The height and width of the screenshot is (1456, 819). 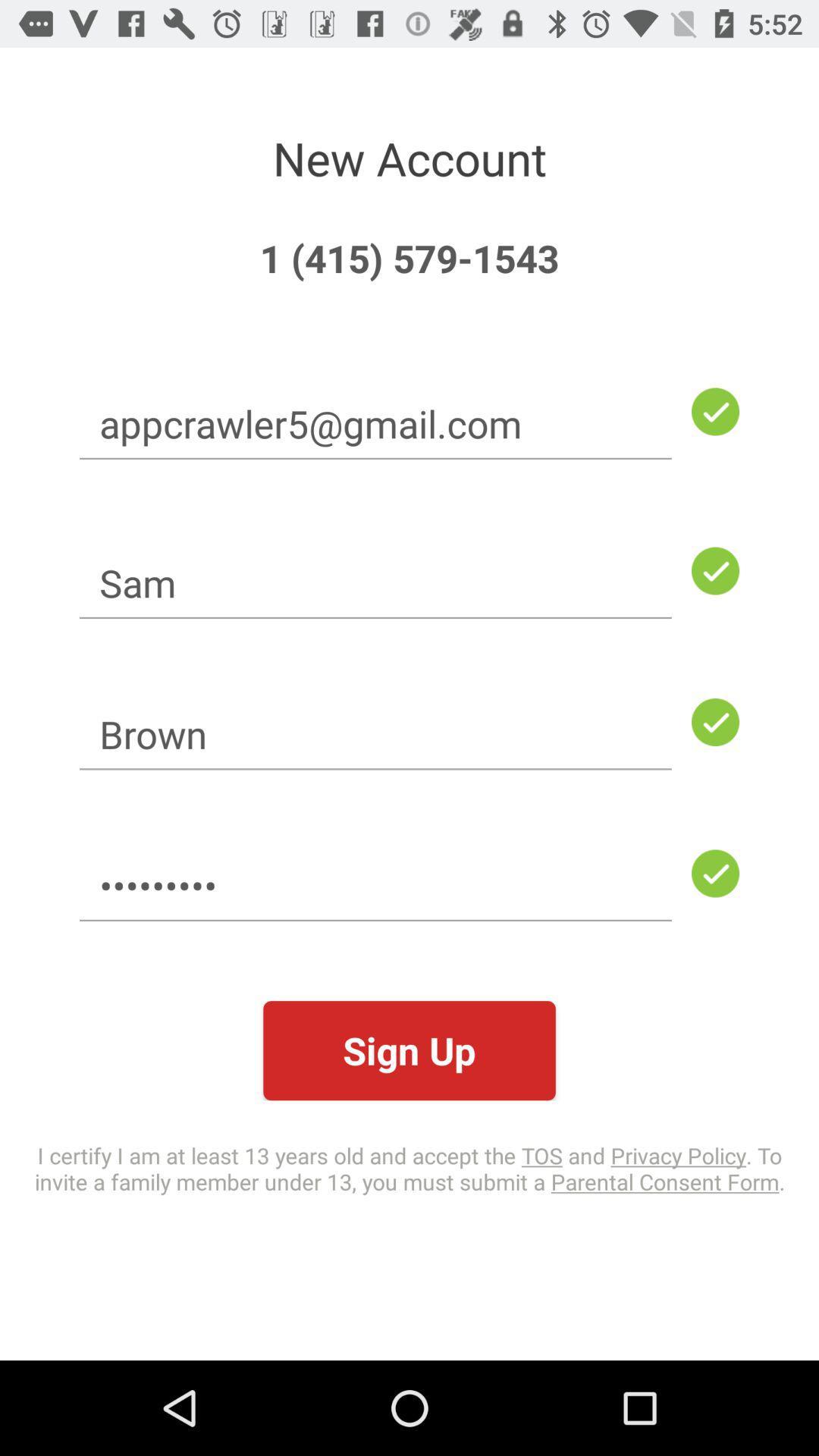 I want to click on appcrawler5@gmail.com, so click(x=375, y=423).